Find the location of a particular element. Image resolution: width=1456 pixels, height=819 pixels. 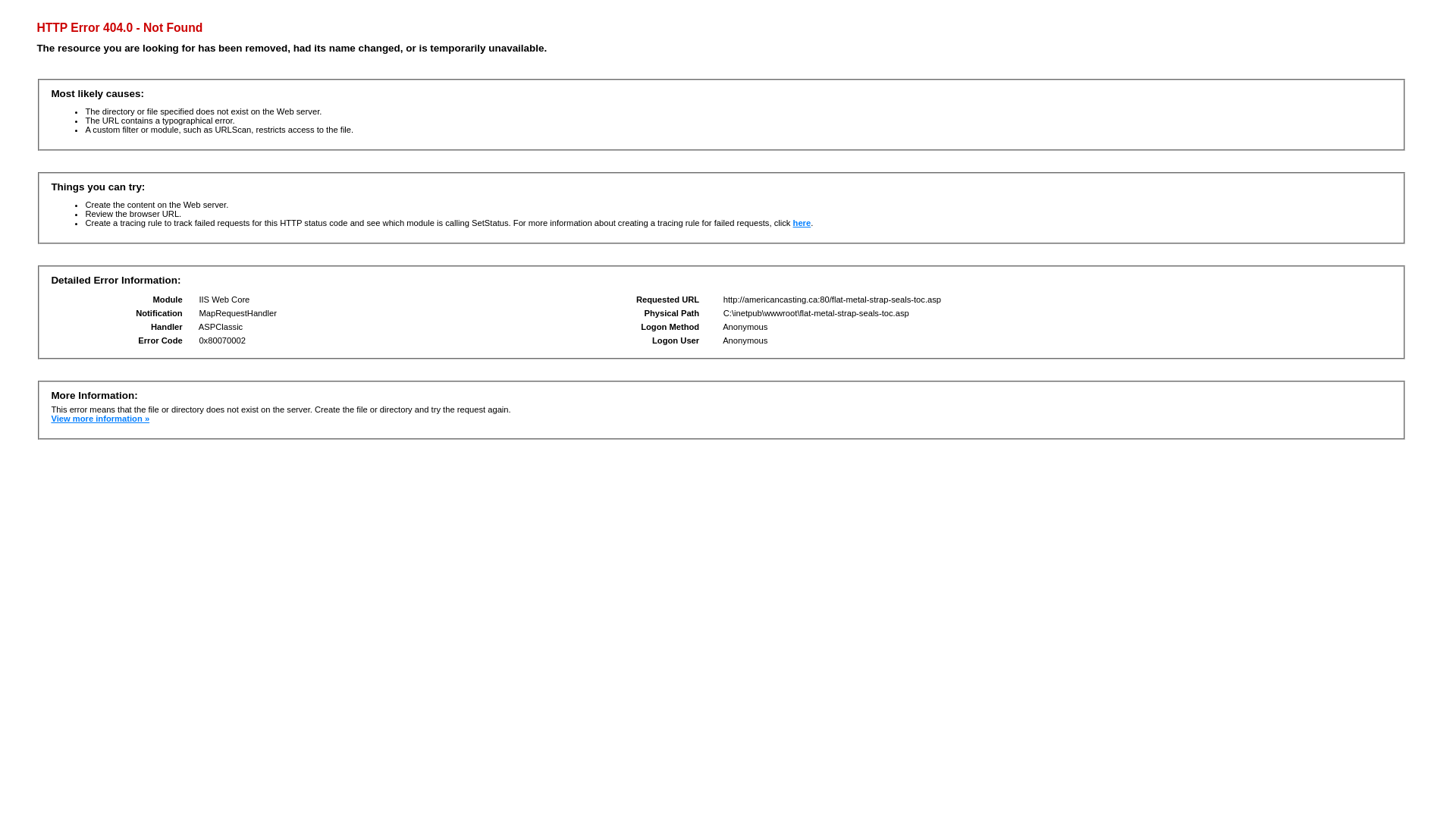

'here' is located at coordinates (801, 222).